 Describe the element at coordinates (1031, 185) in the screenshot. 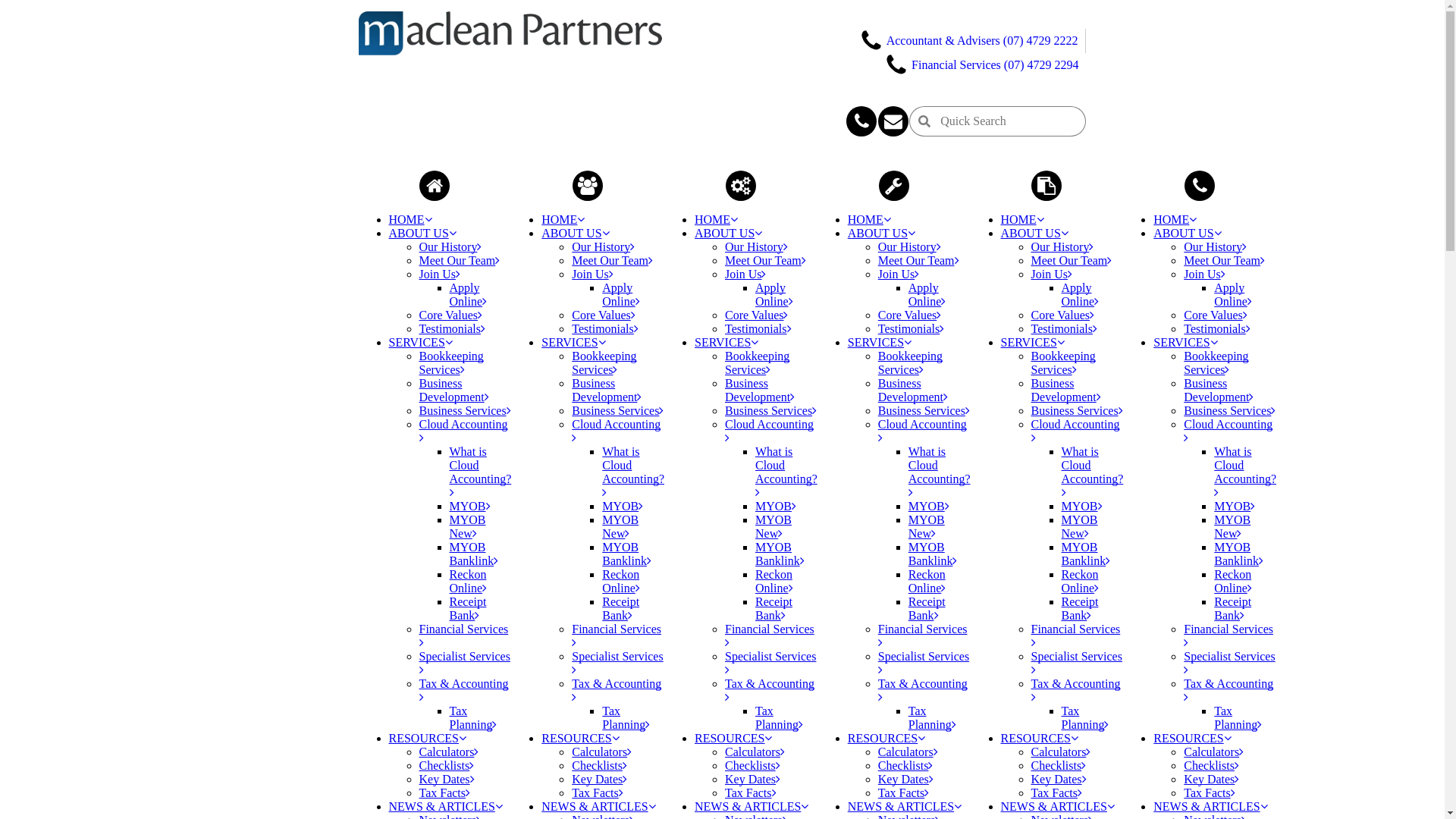

I see `'news___articles'` at that location.